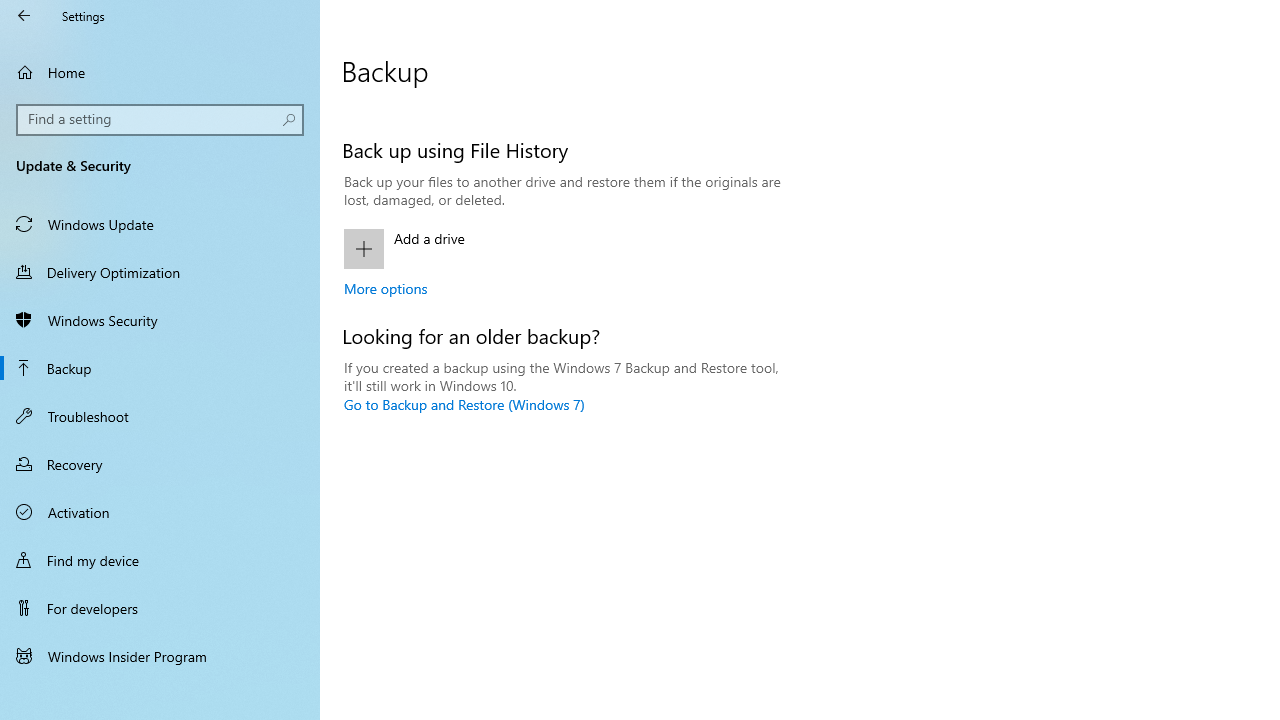  I want to click on 'Delivery Optimization', so click(160, 271).